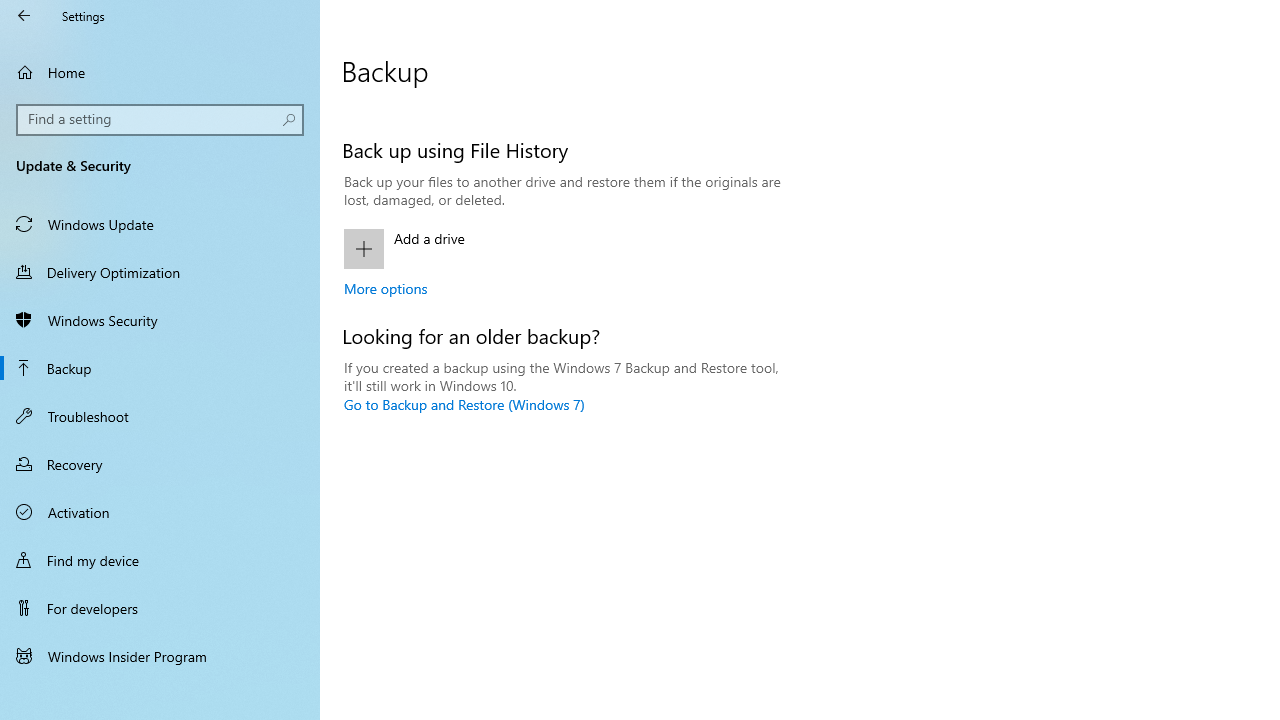  I want to click on 'Delivery Optimization', so click(160, 271).